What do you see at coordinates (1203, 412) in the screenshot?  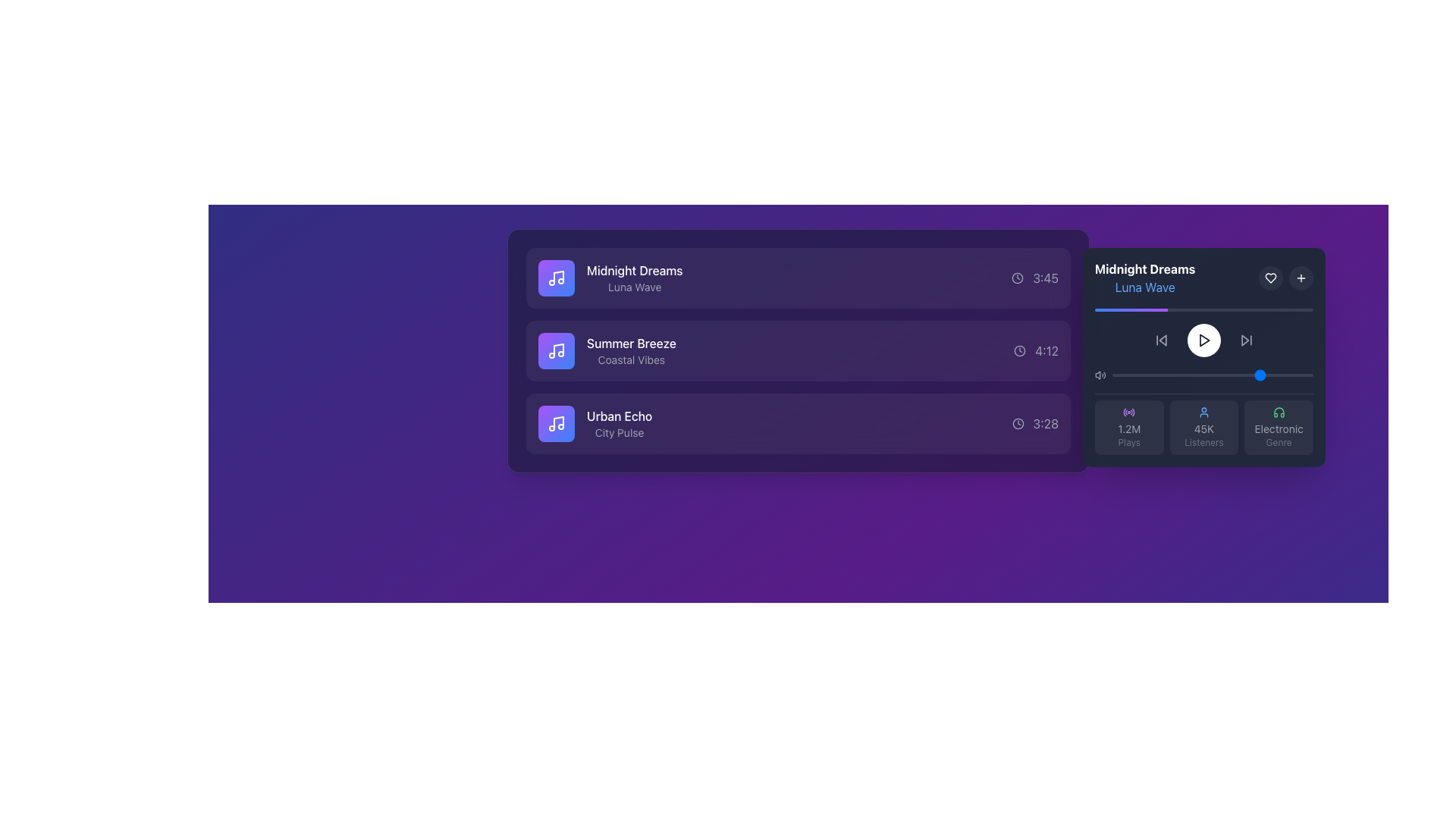 I see `the small user icon with a blue outline located above the text '45K Listeners' in the bottom right corner of the interface` at bounding box center [1203, 412].